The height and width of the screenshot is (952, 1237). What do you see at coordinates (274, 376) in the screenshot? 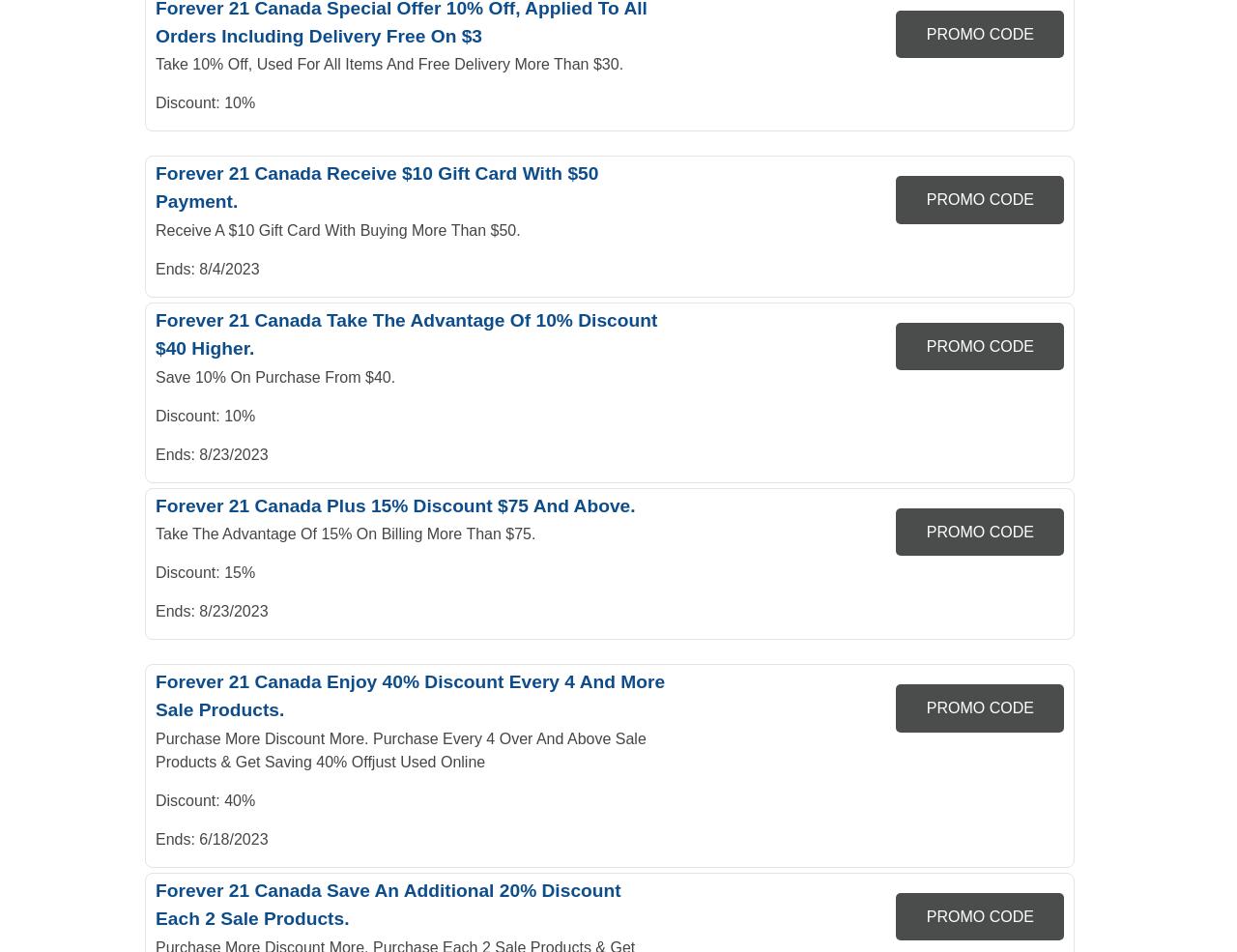
I see `'Save 10% On Purchase From $40.'` at bounding box center [274, 376].